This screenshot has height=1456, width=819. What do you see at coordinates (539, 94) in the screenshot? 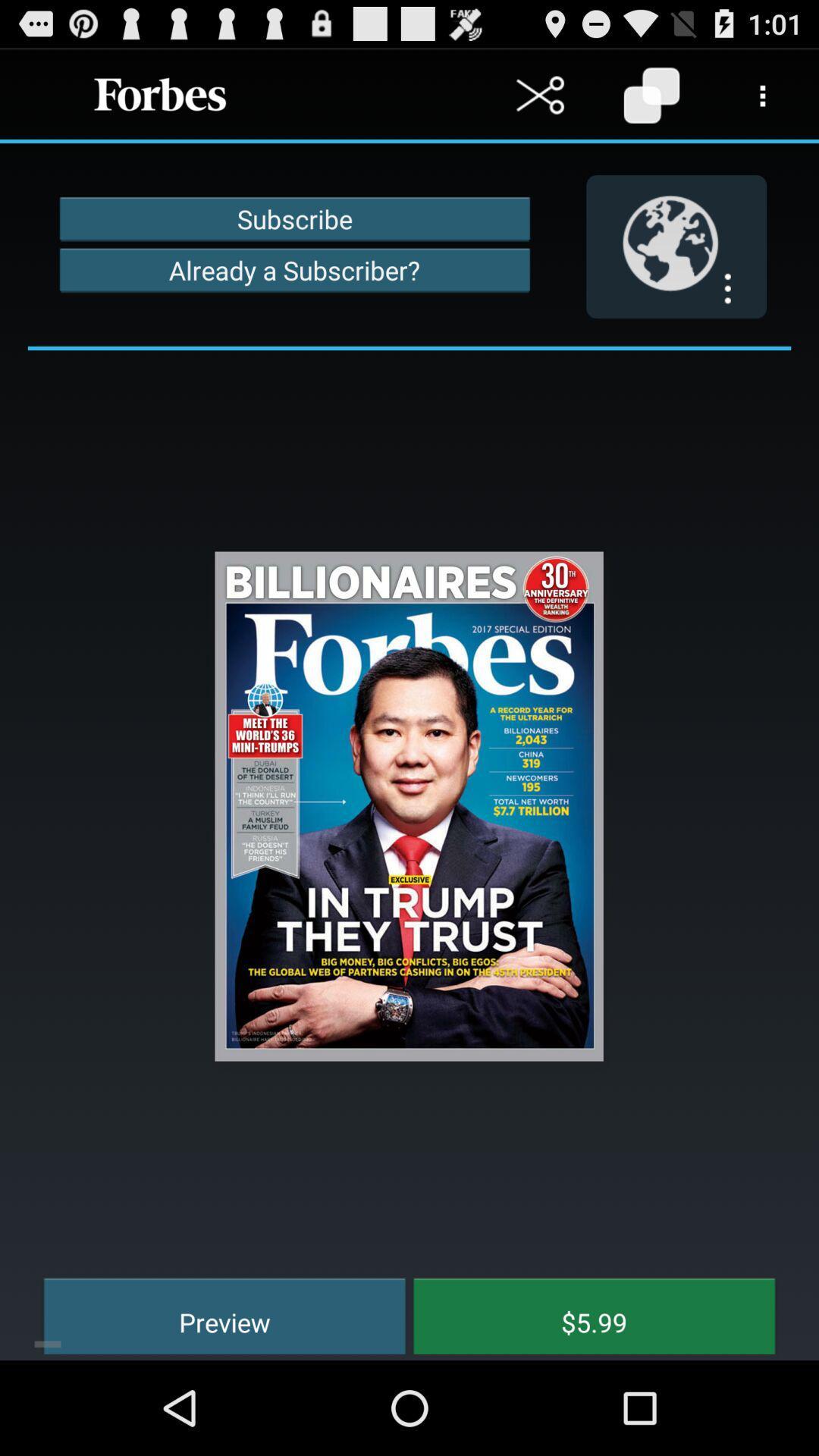
I see `cut a text` at bounding box center [539, 94].